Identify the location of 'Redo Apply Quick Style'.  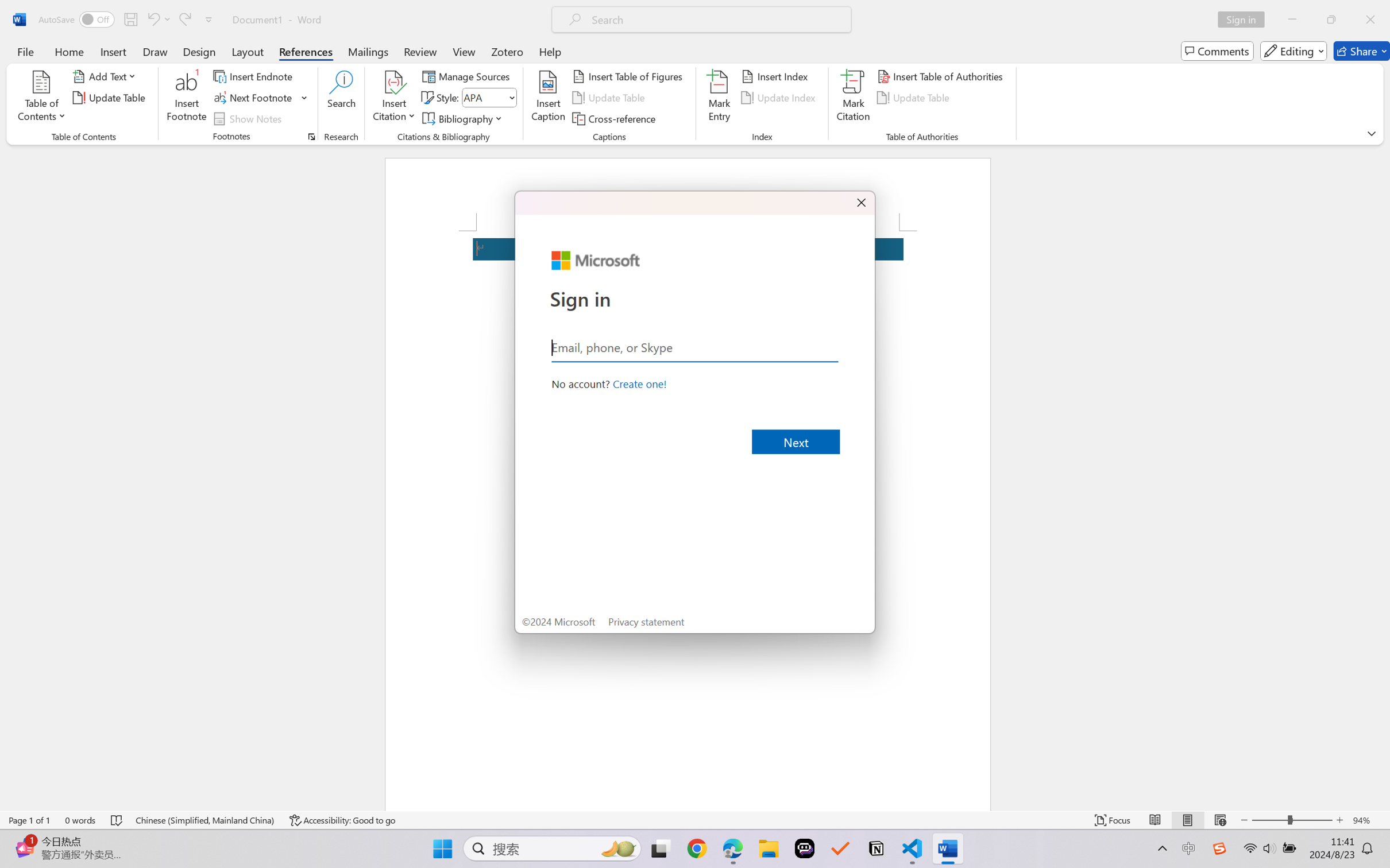
(184, 19).